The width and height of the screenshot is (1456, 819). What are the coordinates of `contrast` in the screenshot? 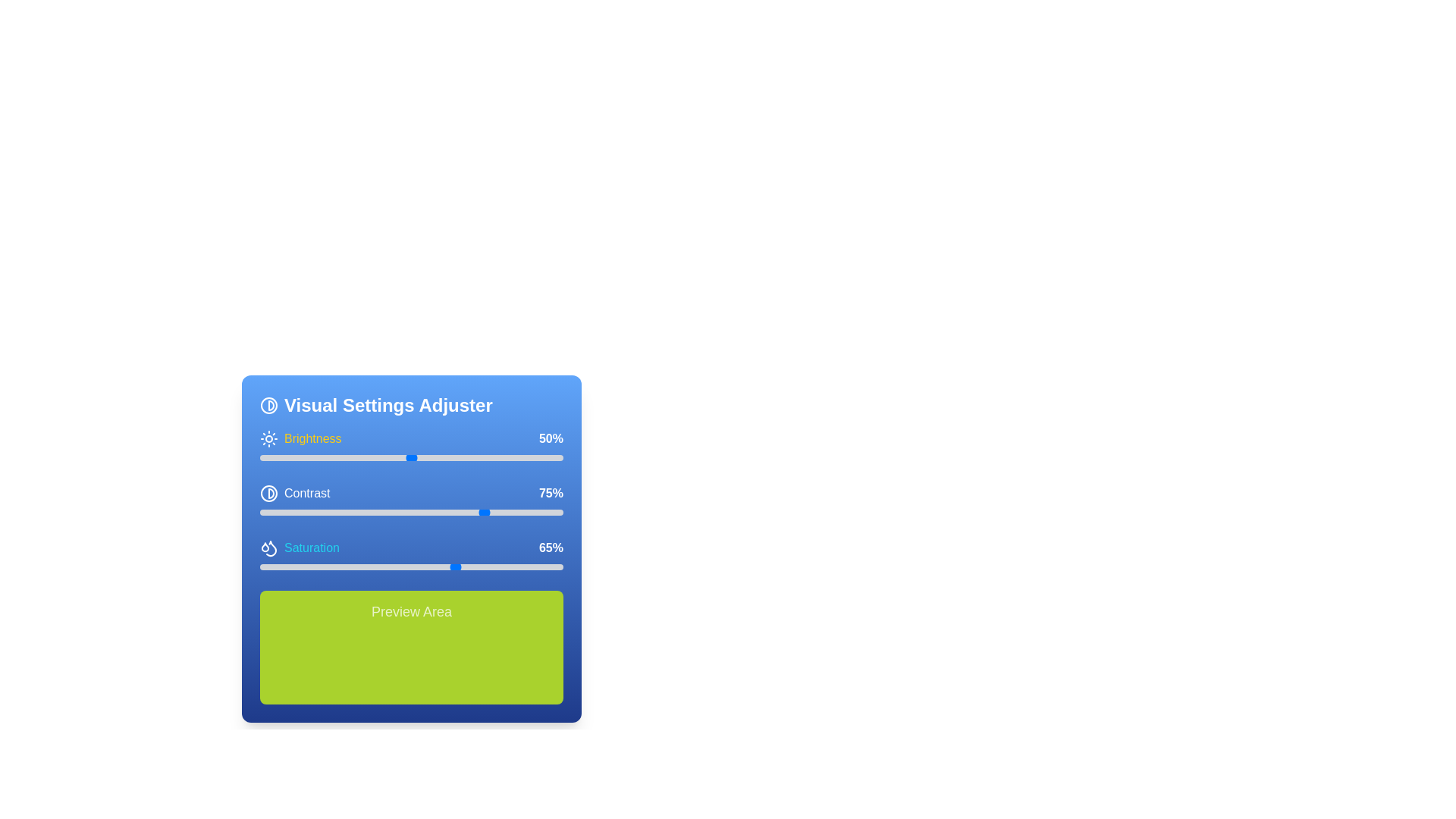 It's located at (535, 512).